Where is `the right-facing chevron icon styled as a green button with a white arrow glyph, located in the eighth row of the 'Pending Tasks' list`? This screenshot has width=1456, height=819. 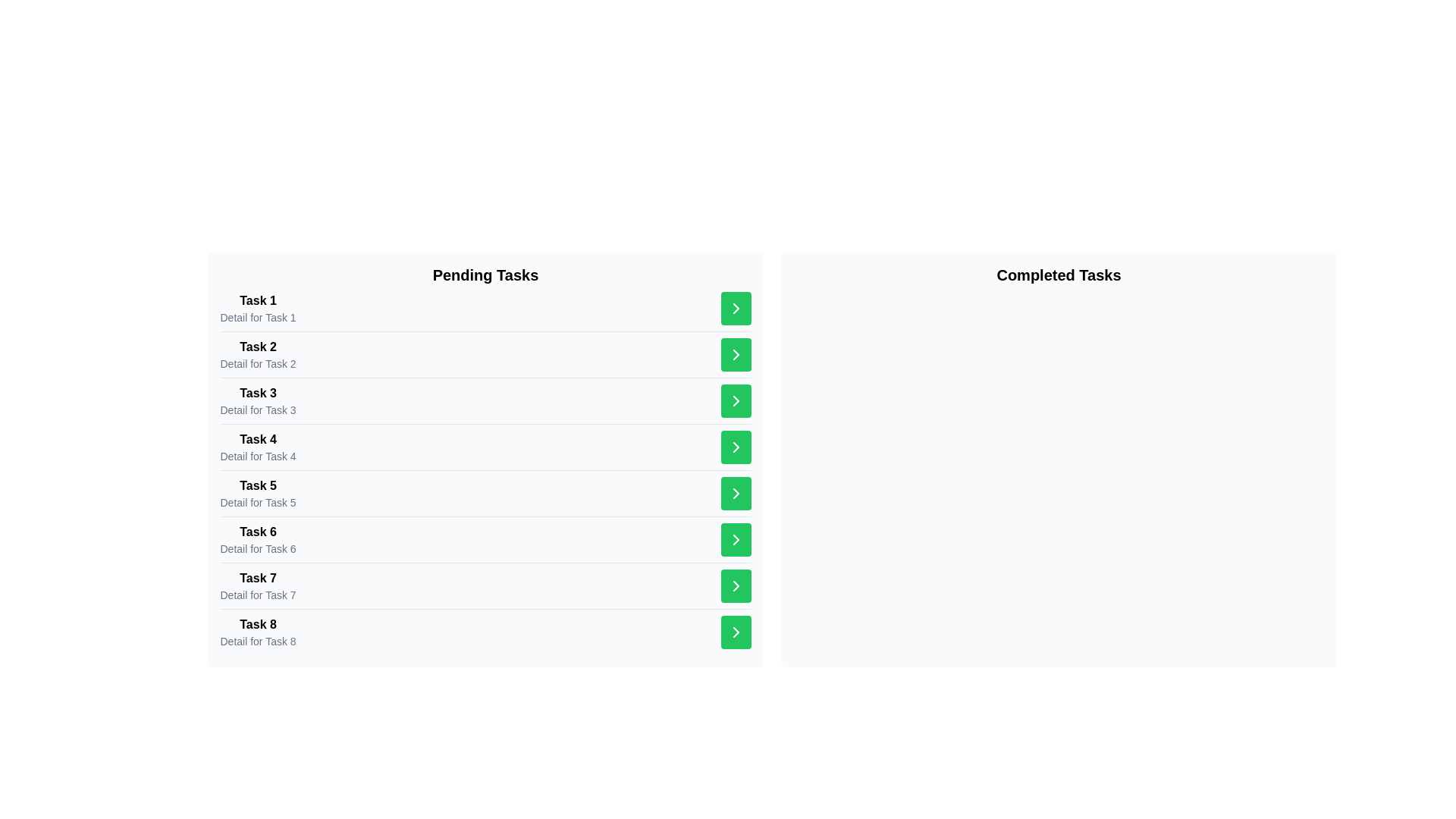 the right-facing chevron icon styled as a green button with a white arrow glyph, located in the eighth row of the 'Pending Tasks' list is located at coordinates (736, 585).